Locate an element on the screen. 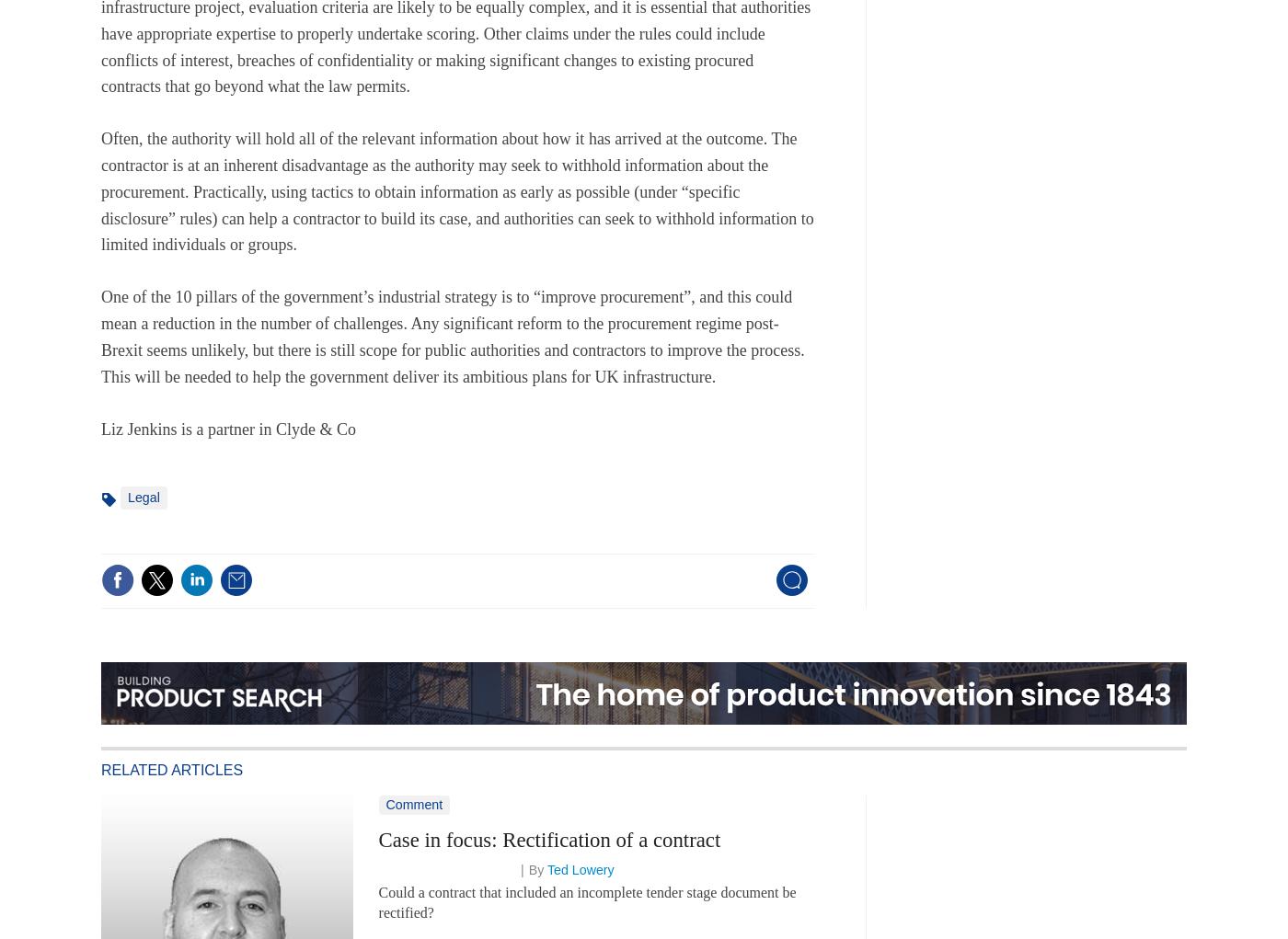 This screenshot has height=939, width=1288. 'Case in focus: Rectification of a contract' is located at coordinates (548, 839).